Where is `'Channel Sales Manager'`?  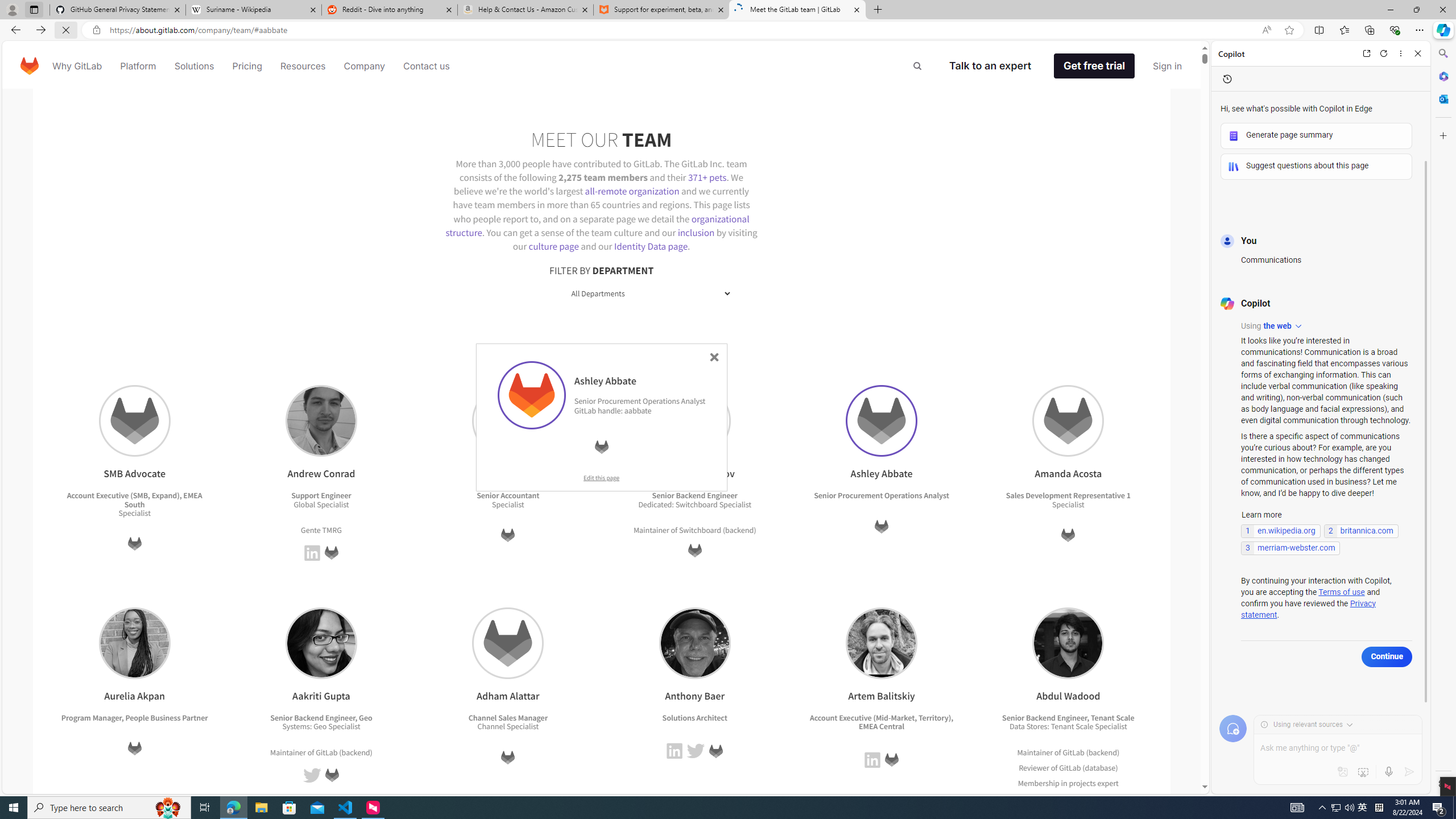 'Channel Sales Manager' is located at coordinates (507, 717).